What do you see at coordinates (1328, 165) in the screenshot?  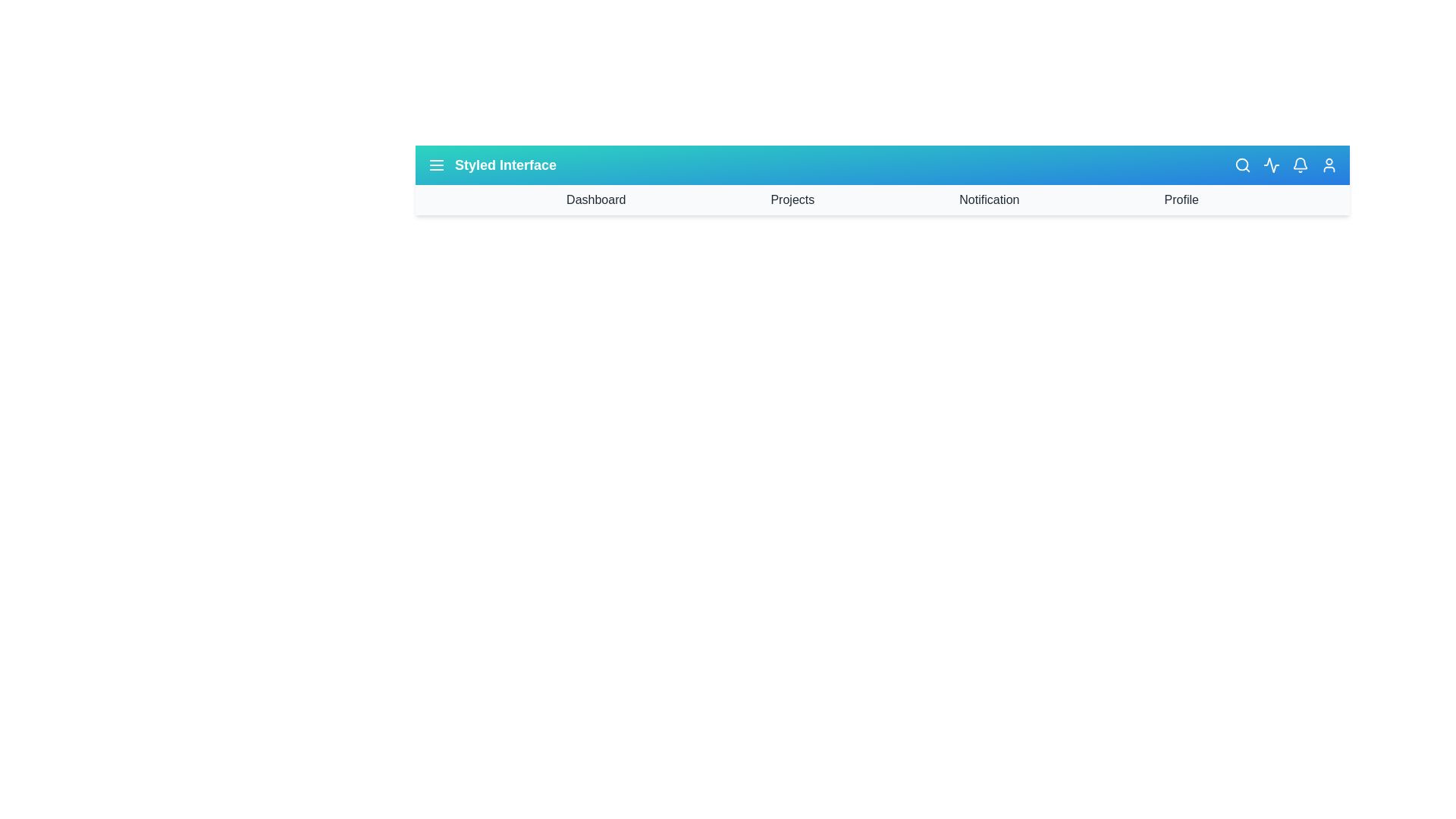 I see `the user icon in the header` at bounding box center [1328, 165].